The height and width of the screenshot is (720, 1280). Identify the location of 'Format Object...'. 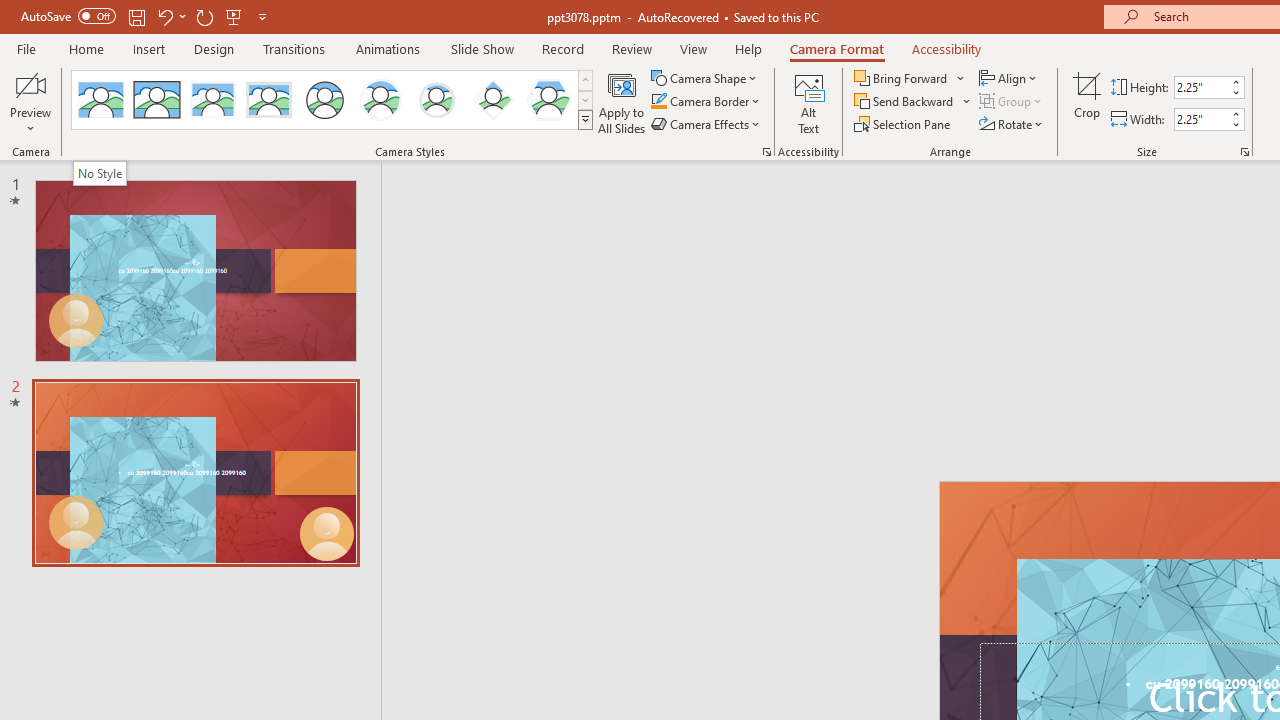
(765, 150).